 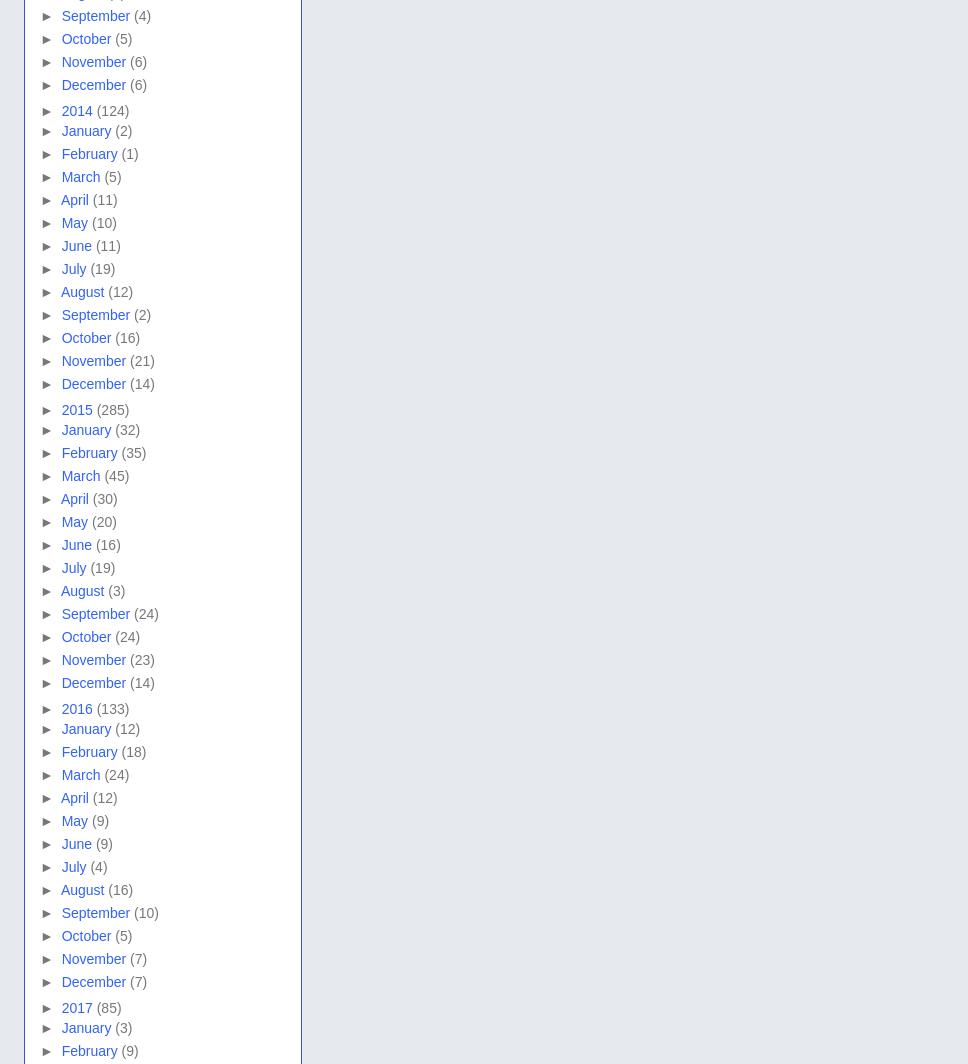 I want to click on '(32)', so click(x=126, y=429).